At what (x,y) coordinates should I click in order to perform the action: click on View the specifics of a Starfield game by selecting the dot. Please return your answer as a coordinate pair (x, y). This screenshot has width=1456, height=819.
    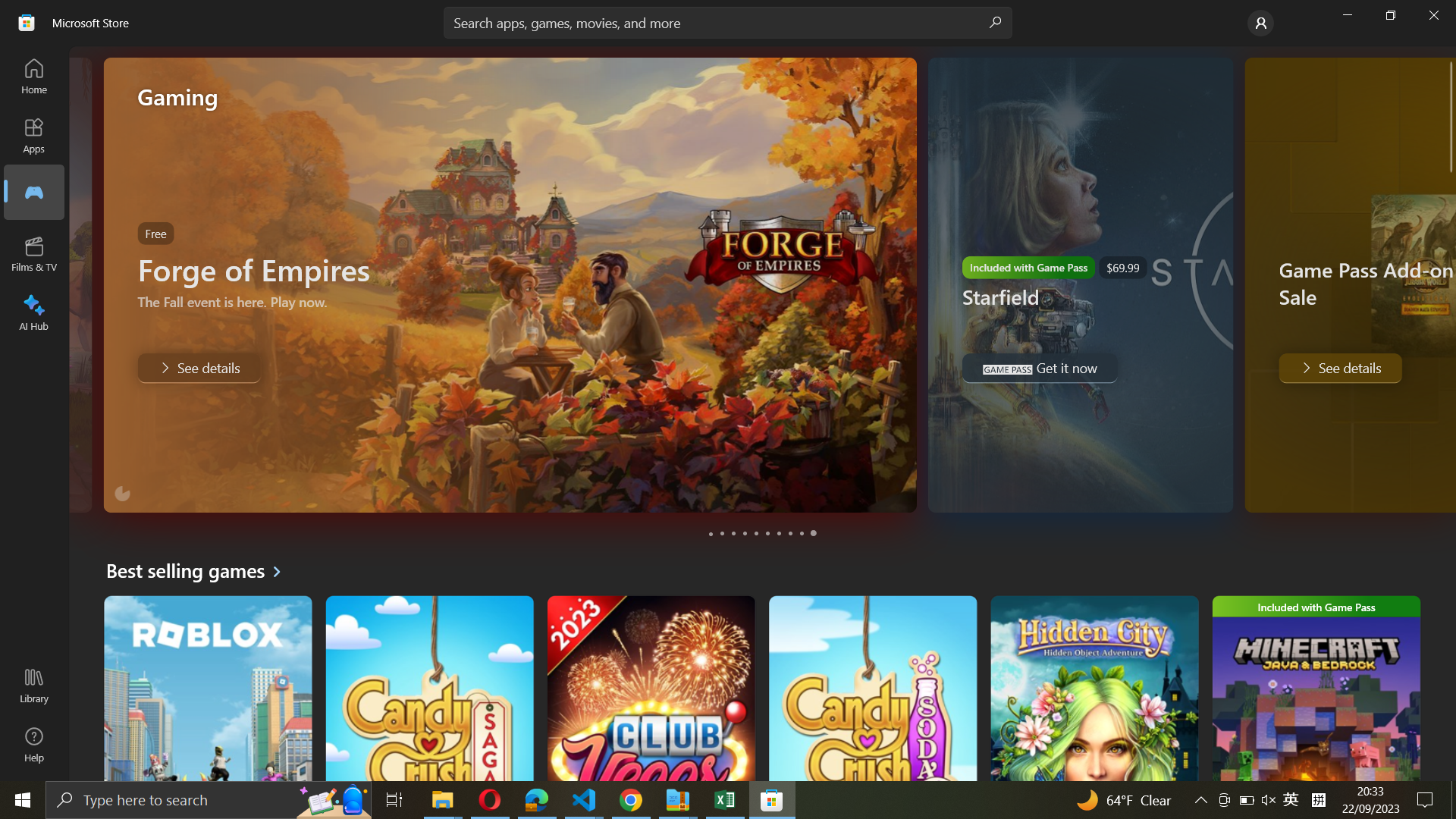
    Looking at the image, I should click on (722, 533).